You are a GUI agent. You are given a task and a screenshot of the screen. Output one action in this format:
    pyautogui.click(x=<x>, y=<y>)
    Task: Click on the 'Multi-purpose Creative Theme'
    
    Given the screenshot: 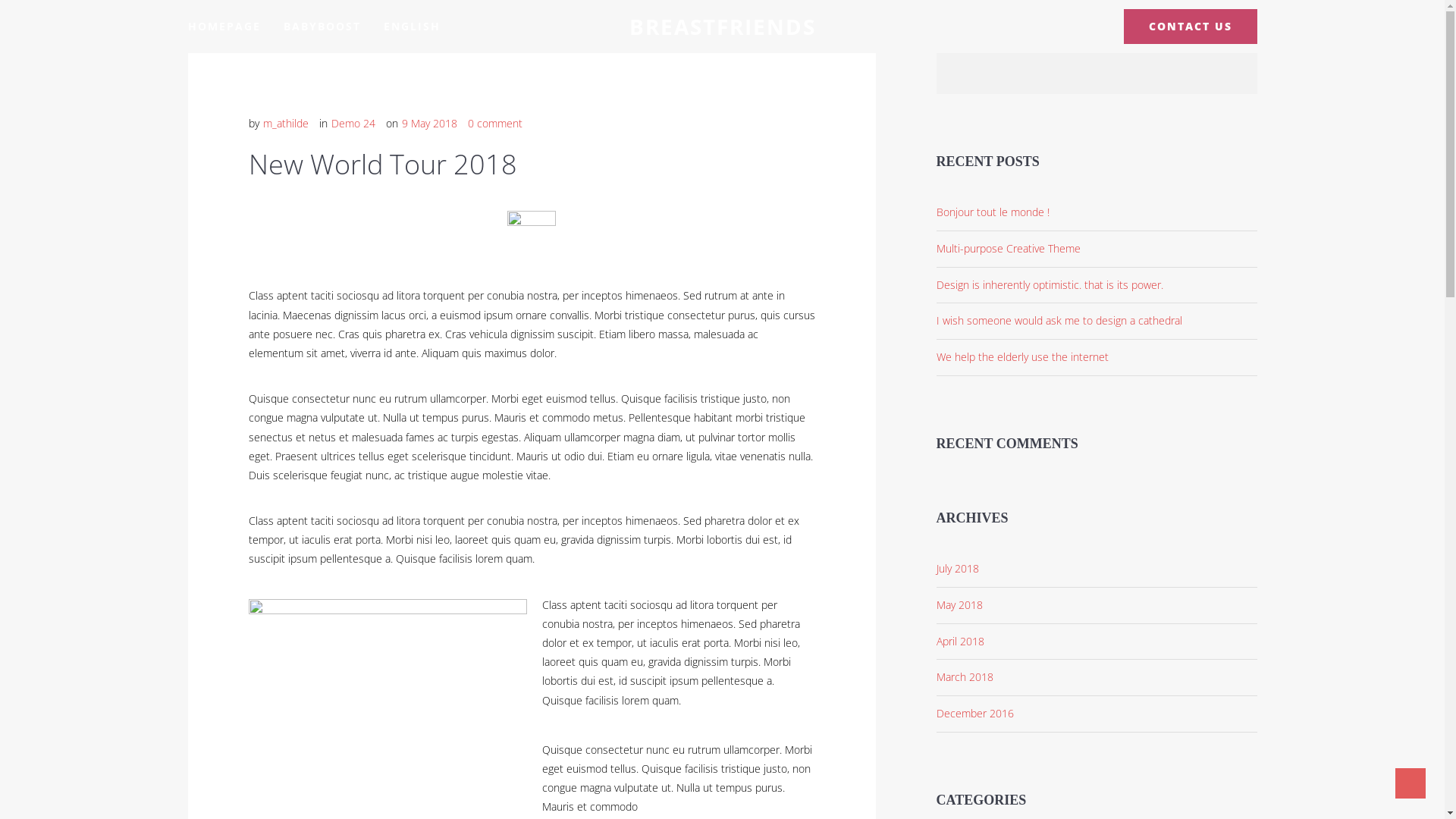 What is the action you would take?
    pyautogui.click(x=1096, y=248)
    